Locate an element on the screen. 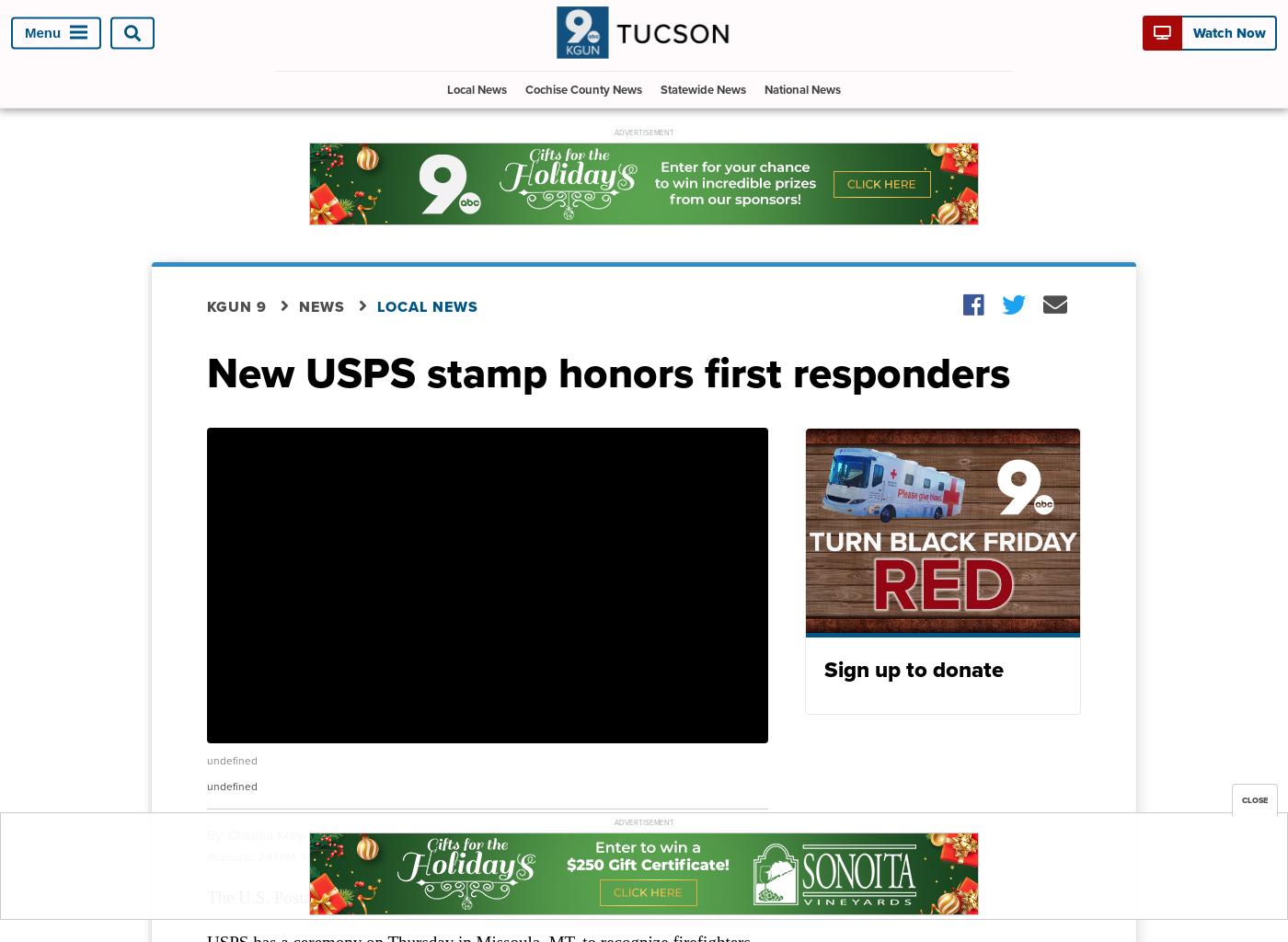  '9:44 PM, Sep 13, 2018' is located at coordinates (507, 856).